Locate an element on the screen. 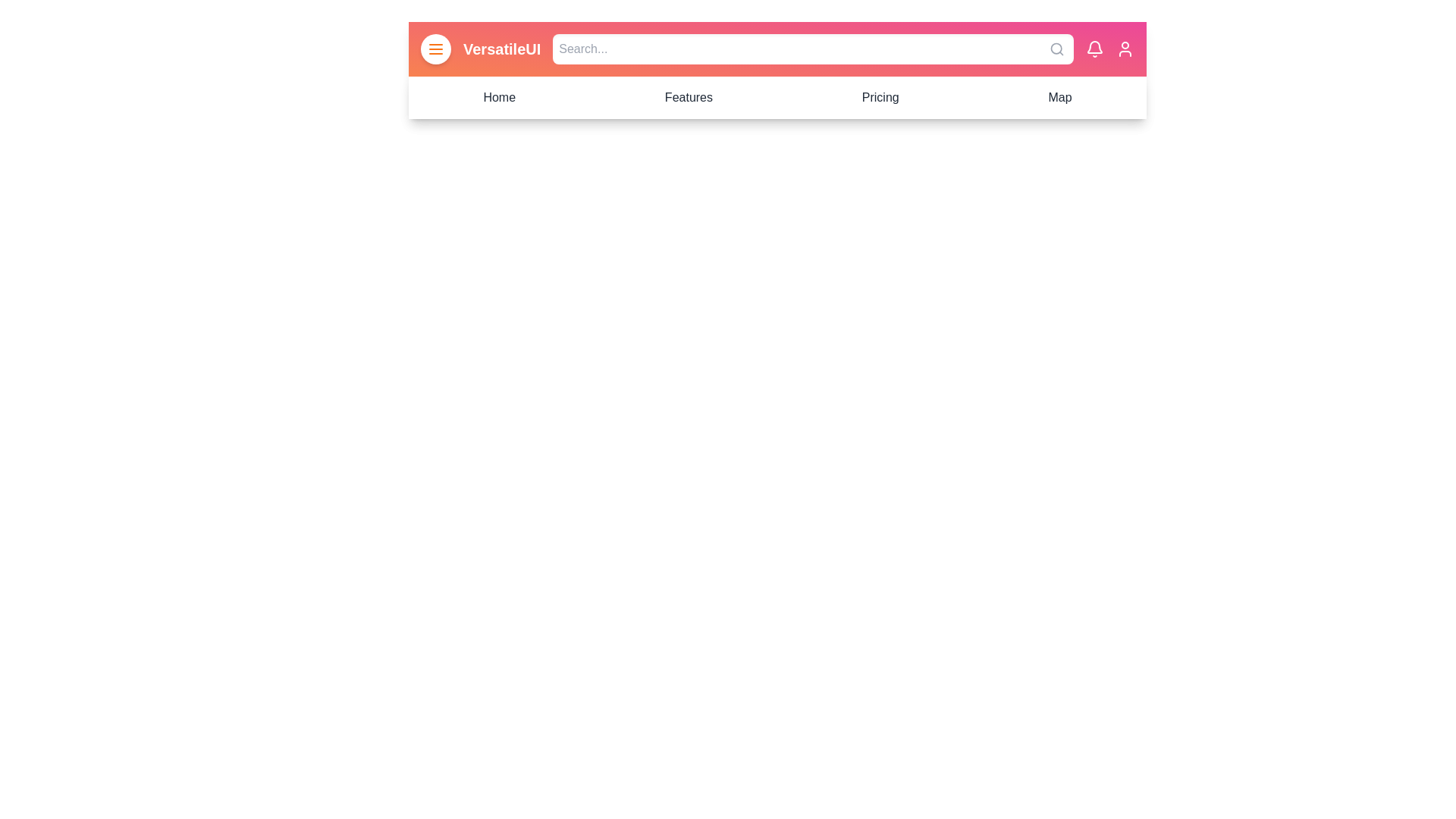 The width and height of the screenshot is (1456, 819). the navigation menu item labeled 'Map' to navigate to the corresponding section is located at coordinates (1059, 97).